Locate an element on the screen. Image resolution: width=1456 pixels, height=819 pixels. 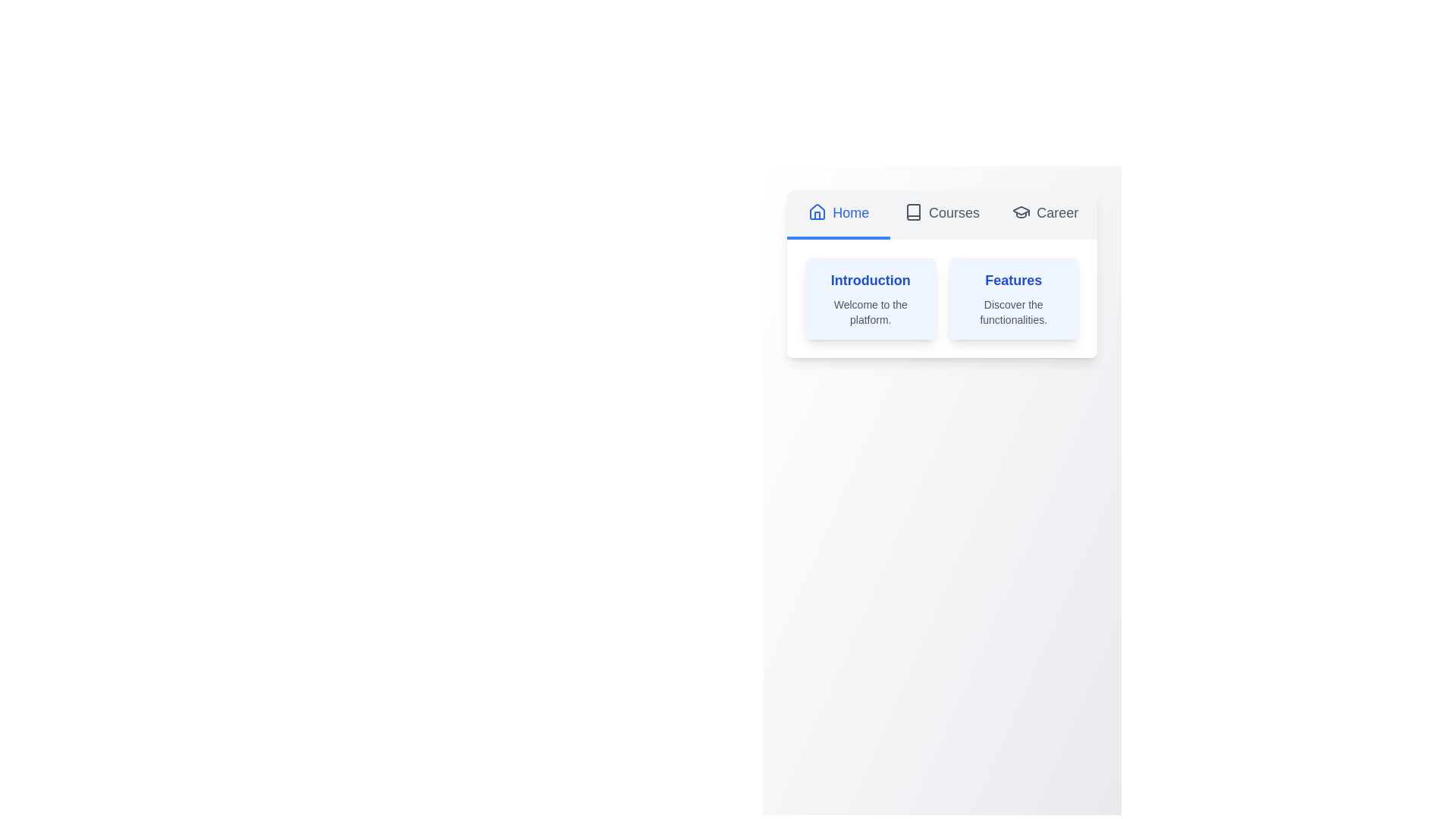
message displayed in the text label that says 'Welcome to the platform.' located under the 'Introduction' title in a card in the top-left section of the interface is located at coordinates (871, 312).